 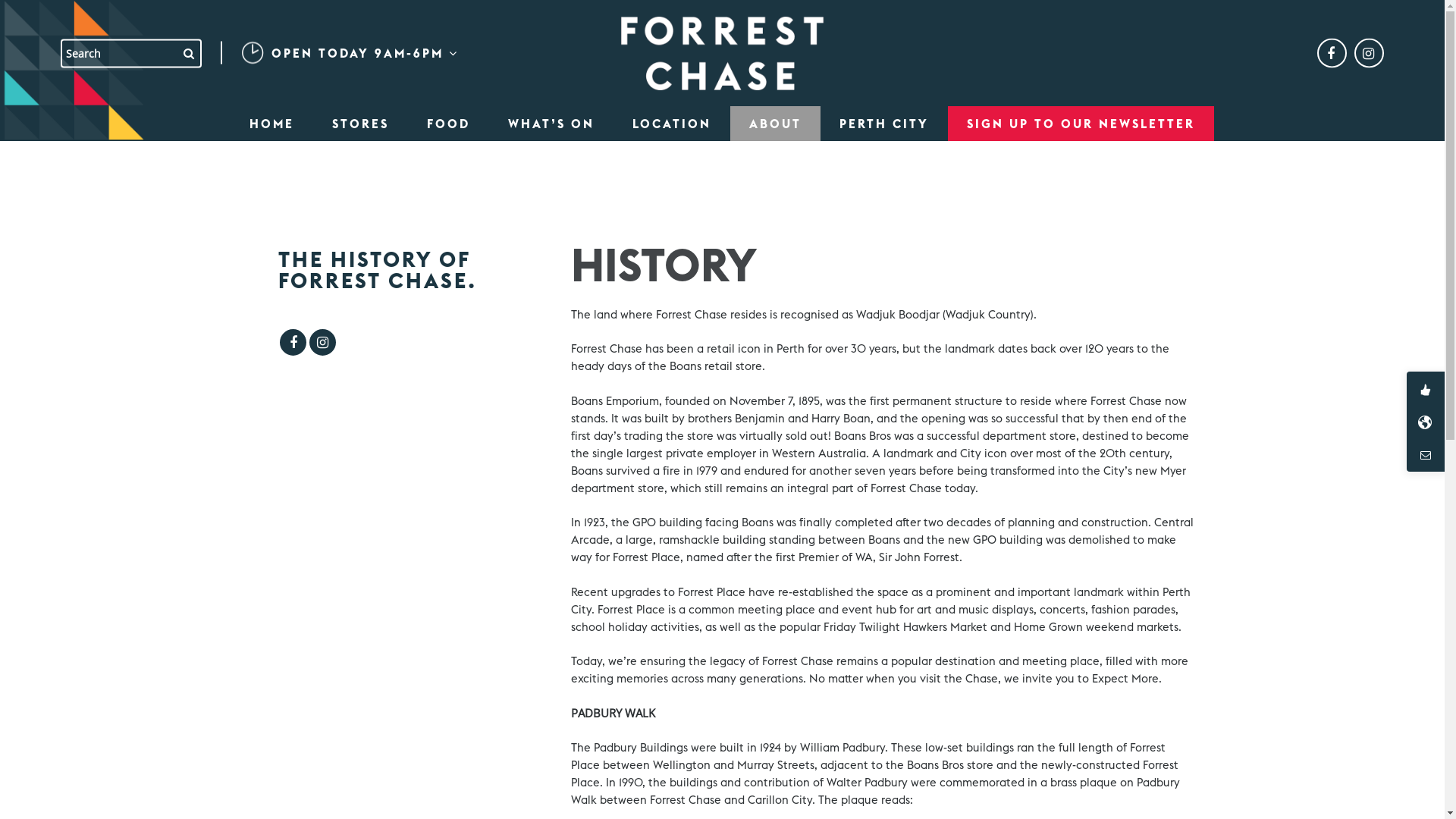 What do you see at coordinates (1080, 122) in the screenshot?
I see `'SIGN UP TO OUR NEWSLETTER'` at bounding box center [1080, 122].